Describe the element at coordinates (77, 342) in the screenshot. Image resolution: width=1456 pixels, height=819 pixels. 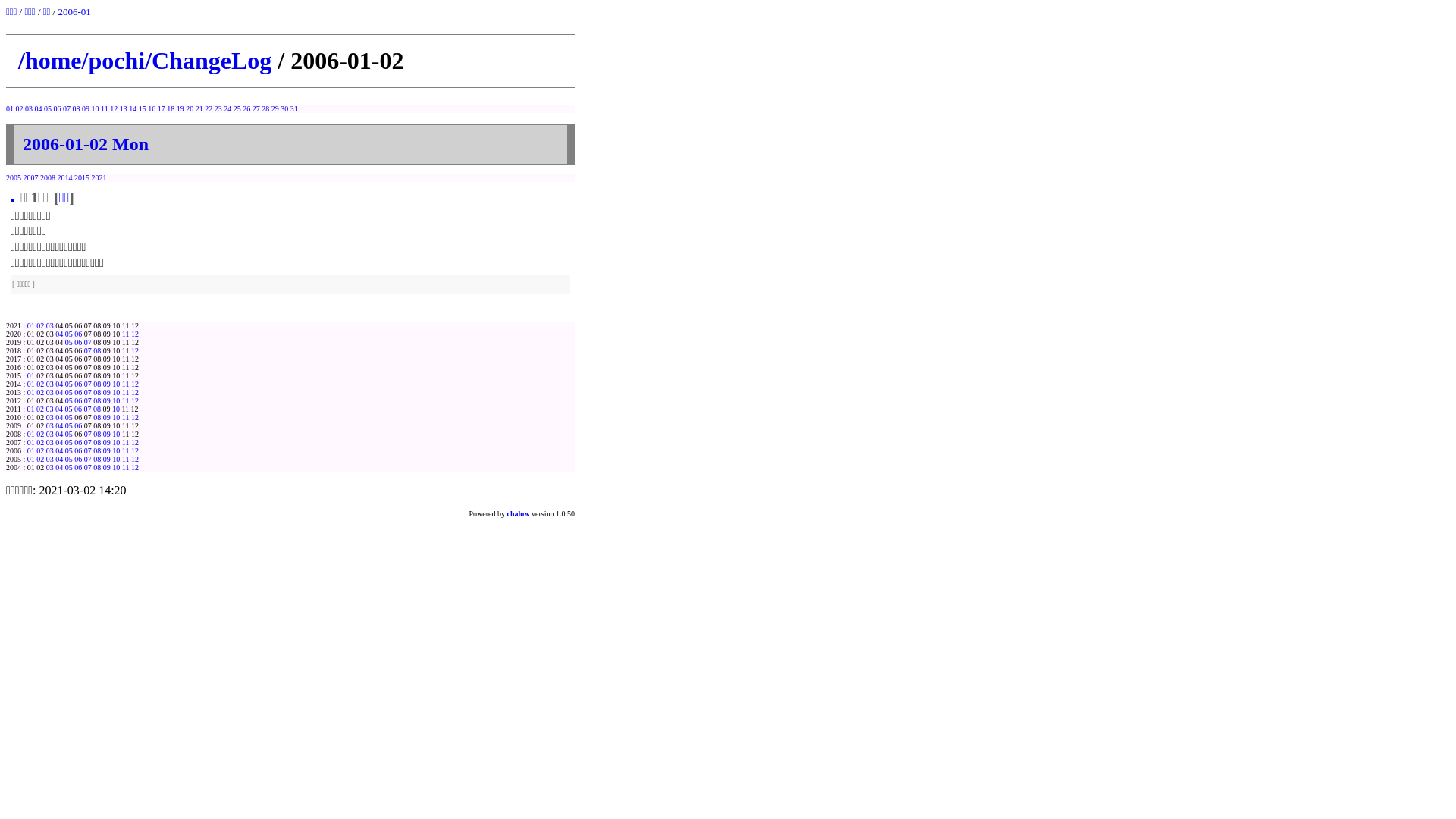
I see `'06'` at that location.